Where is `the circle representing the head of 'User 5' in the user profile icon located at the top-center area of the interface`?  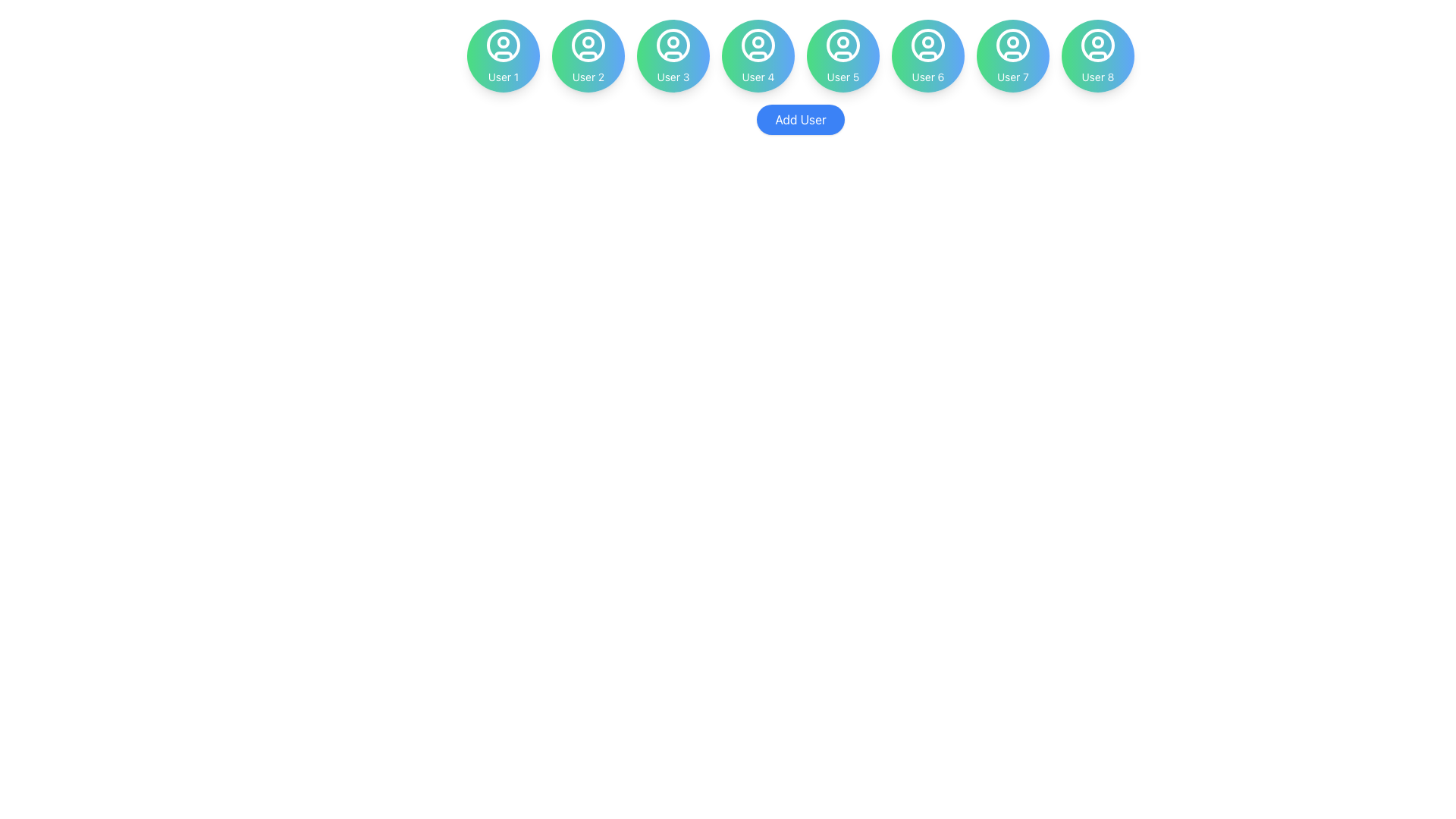
the circle representing the head of 'User 5' in the user profile icon located at the top-center area of the interface is located at coordinates (843, 42).